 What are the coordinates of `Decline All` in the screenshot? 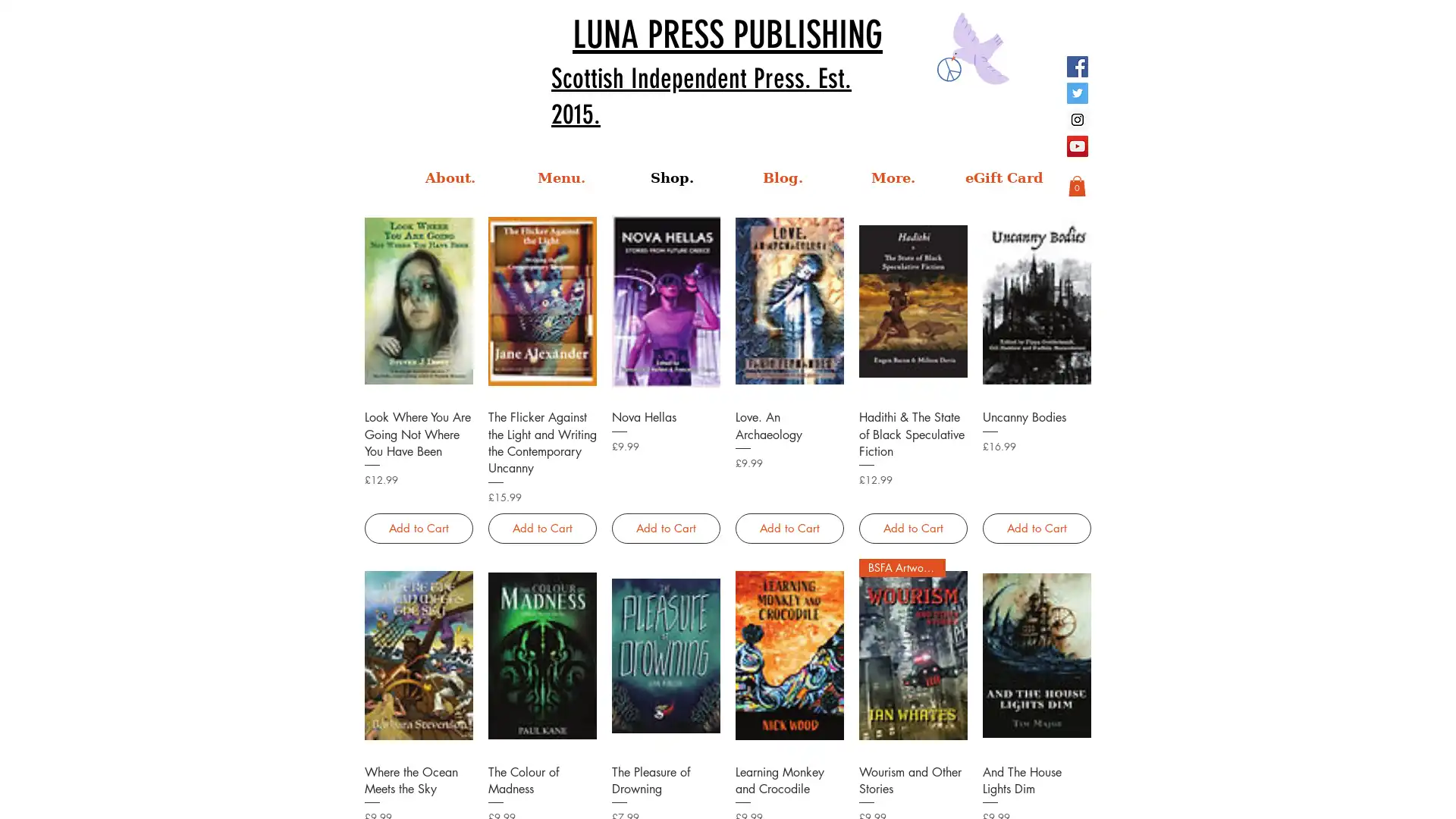 It's located at (1305, 794).